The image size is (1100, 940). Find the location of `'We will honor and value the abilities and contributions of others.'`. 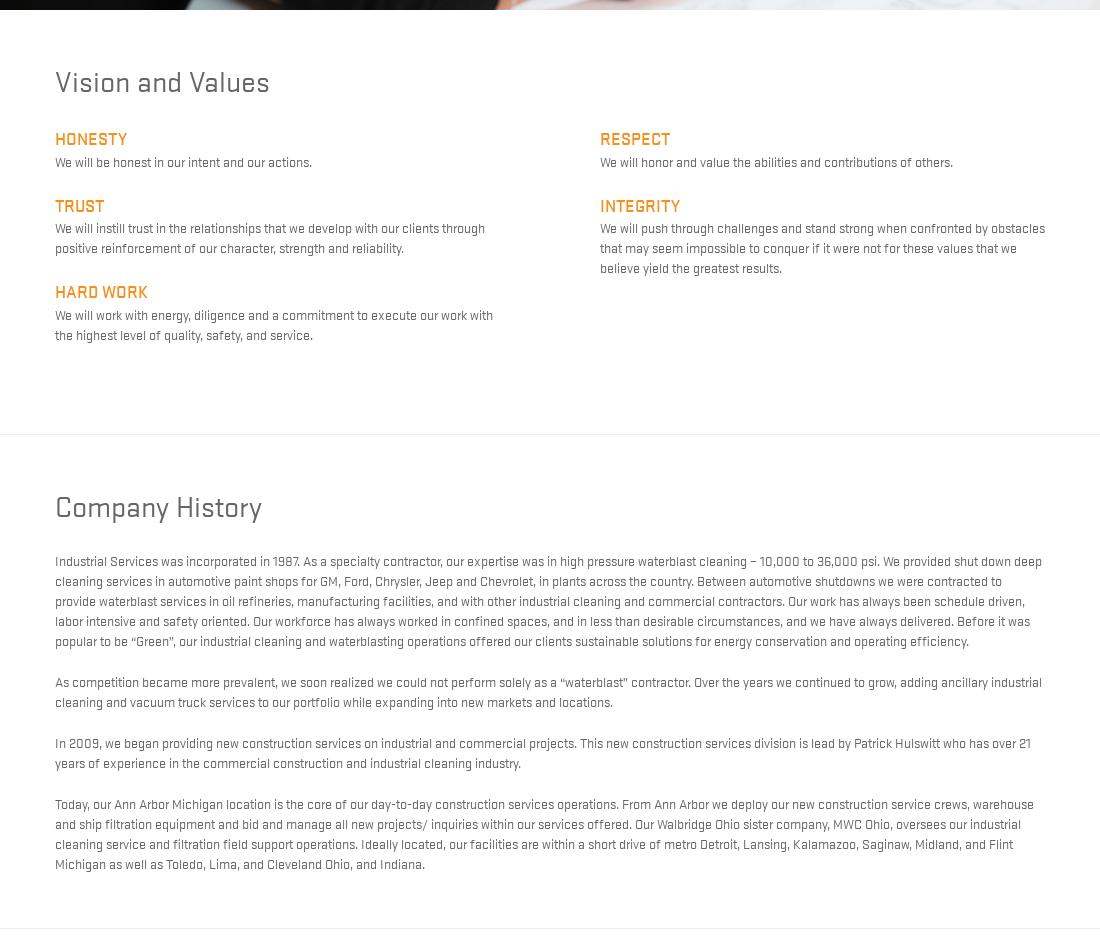

'We will honor and value the abilities and contributions of others.' is located at coordinates (775, 159).